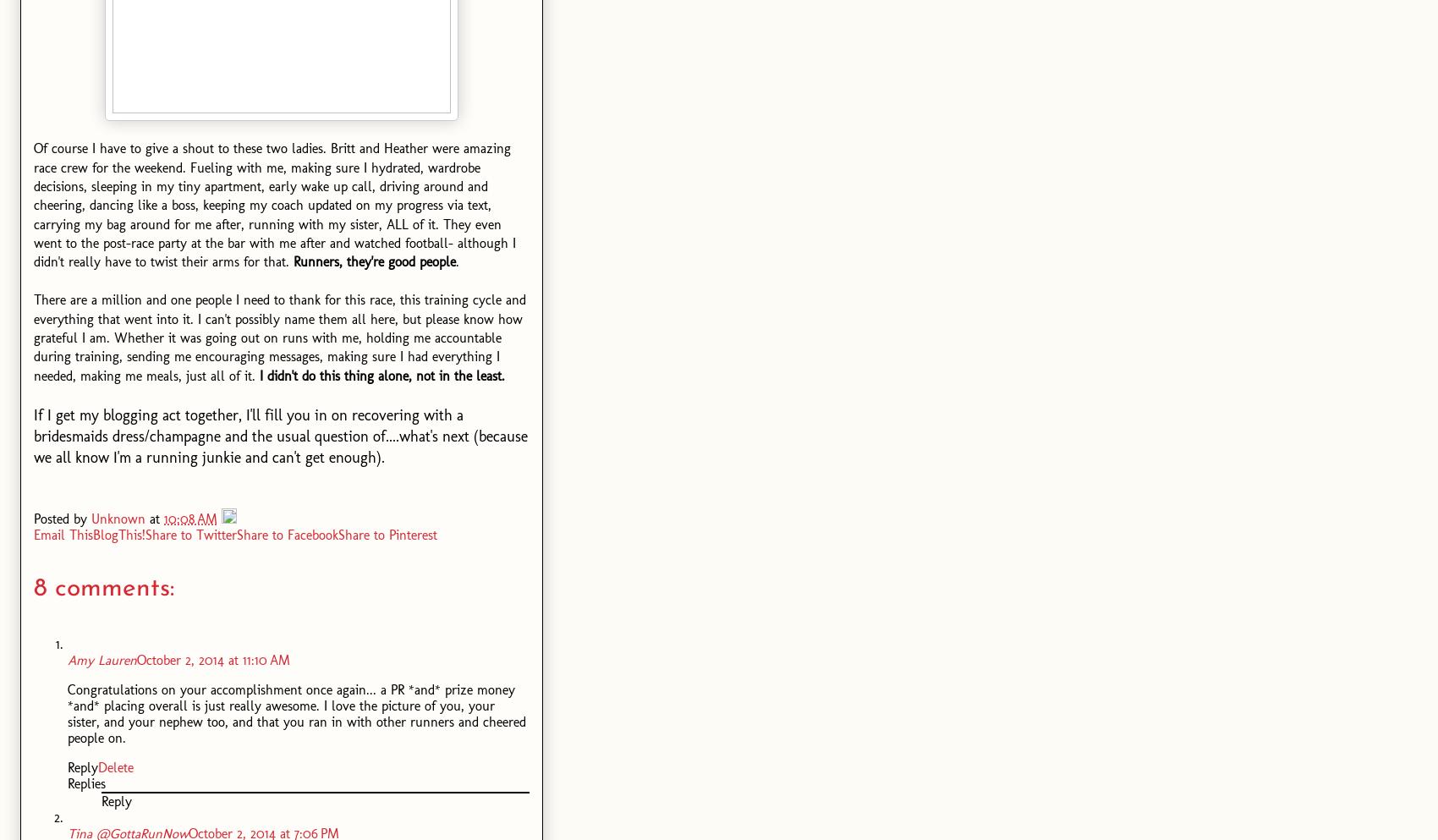 This screenshot has height=840, width=1438. I want to click on 'Share to Pinterest', so click(387, 533).